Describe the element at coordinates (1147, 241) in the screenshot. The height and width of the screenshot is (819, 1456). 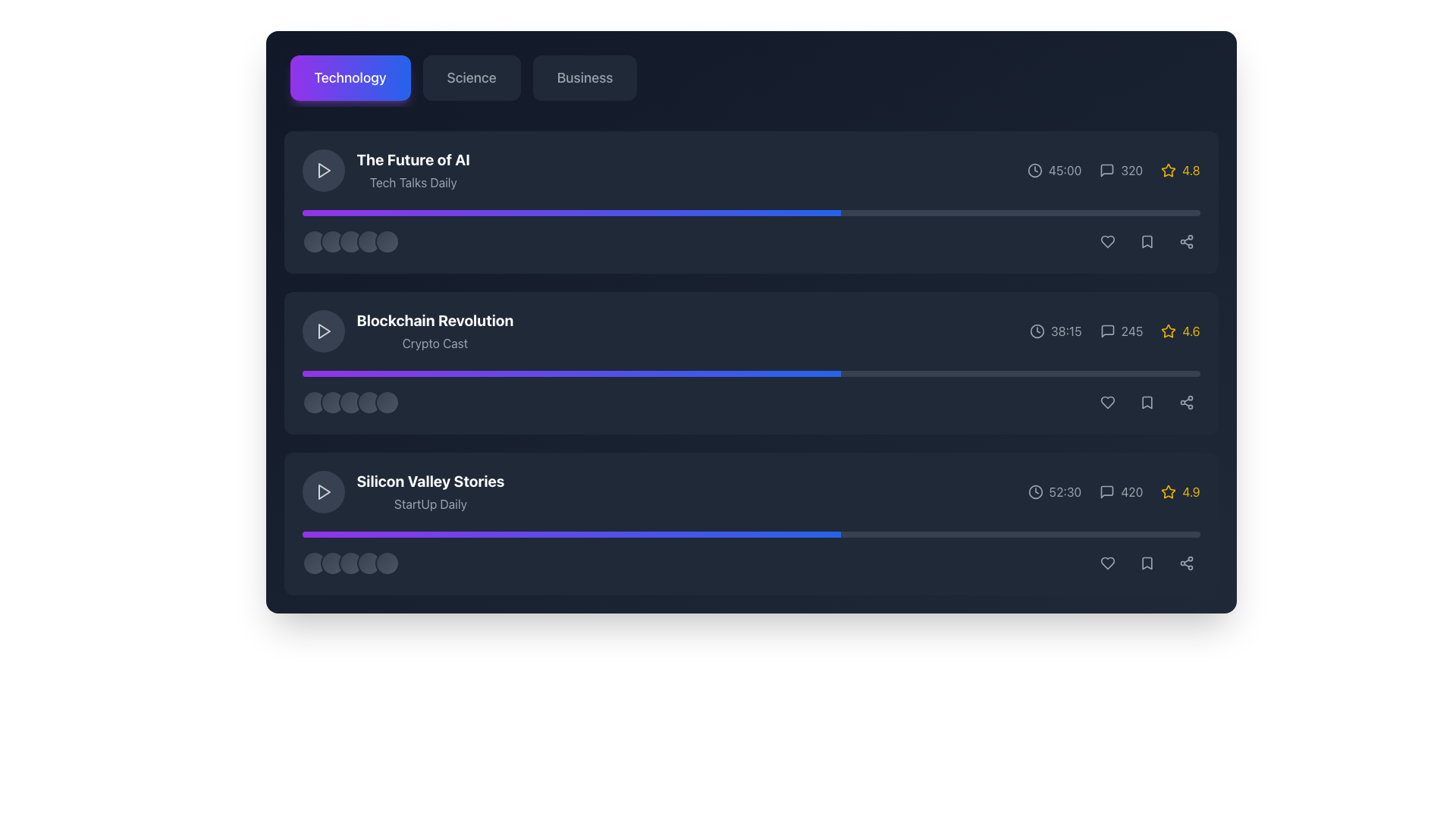
I see `the bookmark icon button located between the heart icon on the left and the share icon on the right` at that location.